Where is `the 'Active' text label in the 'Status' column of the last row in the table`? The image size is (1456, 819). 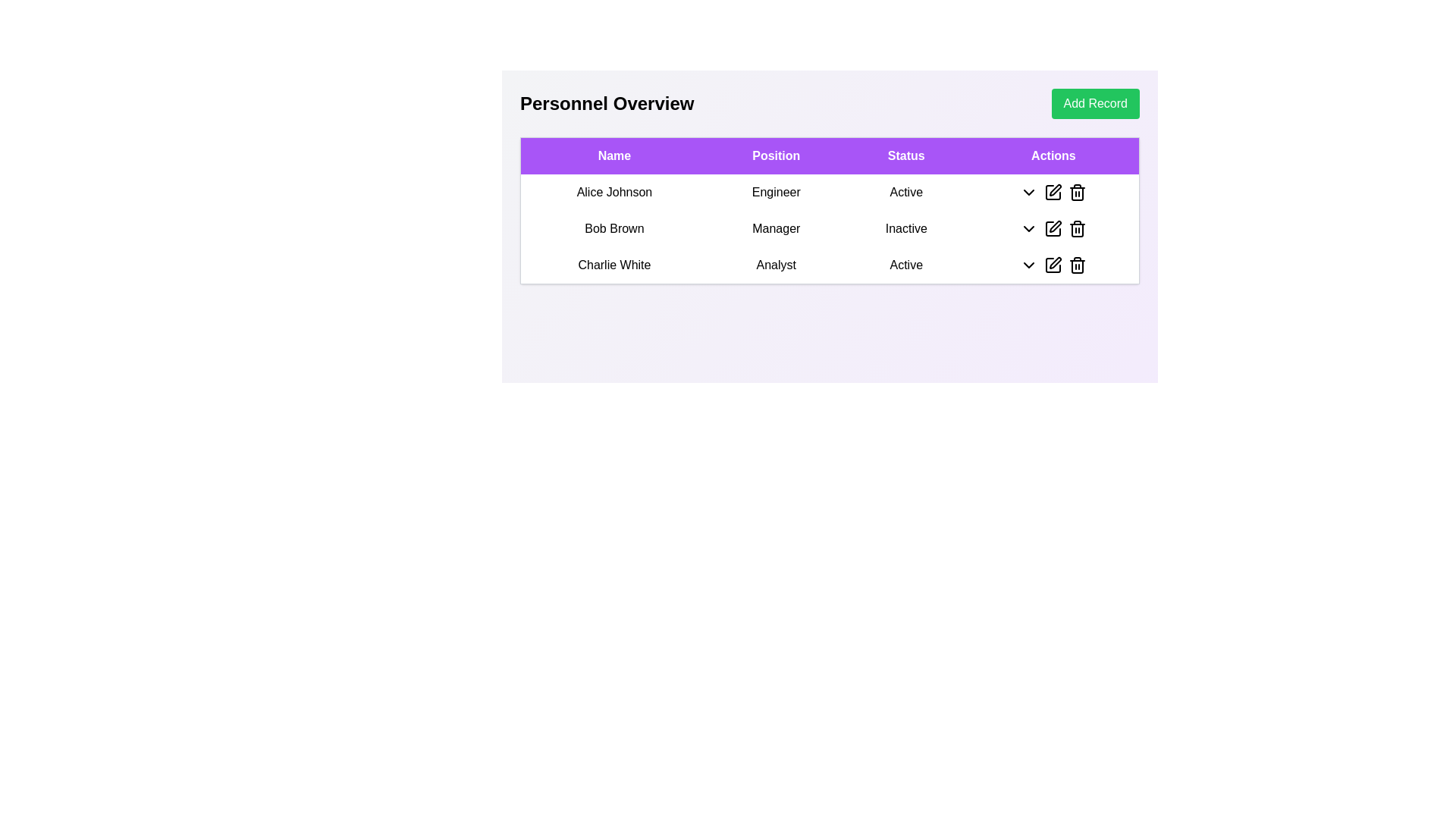 the 'Active' text label in the 'Status' column of the last row in the table is located at coordinates (906, 265).